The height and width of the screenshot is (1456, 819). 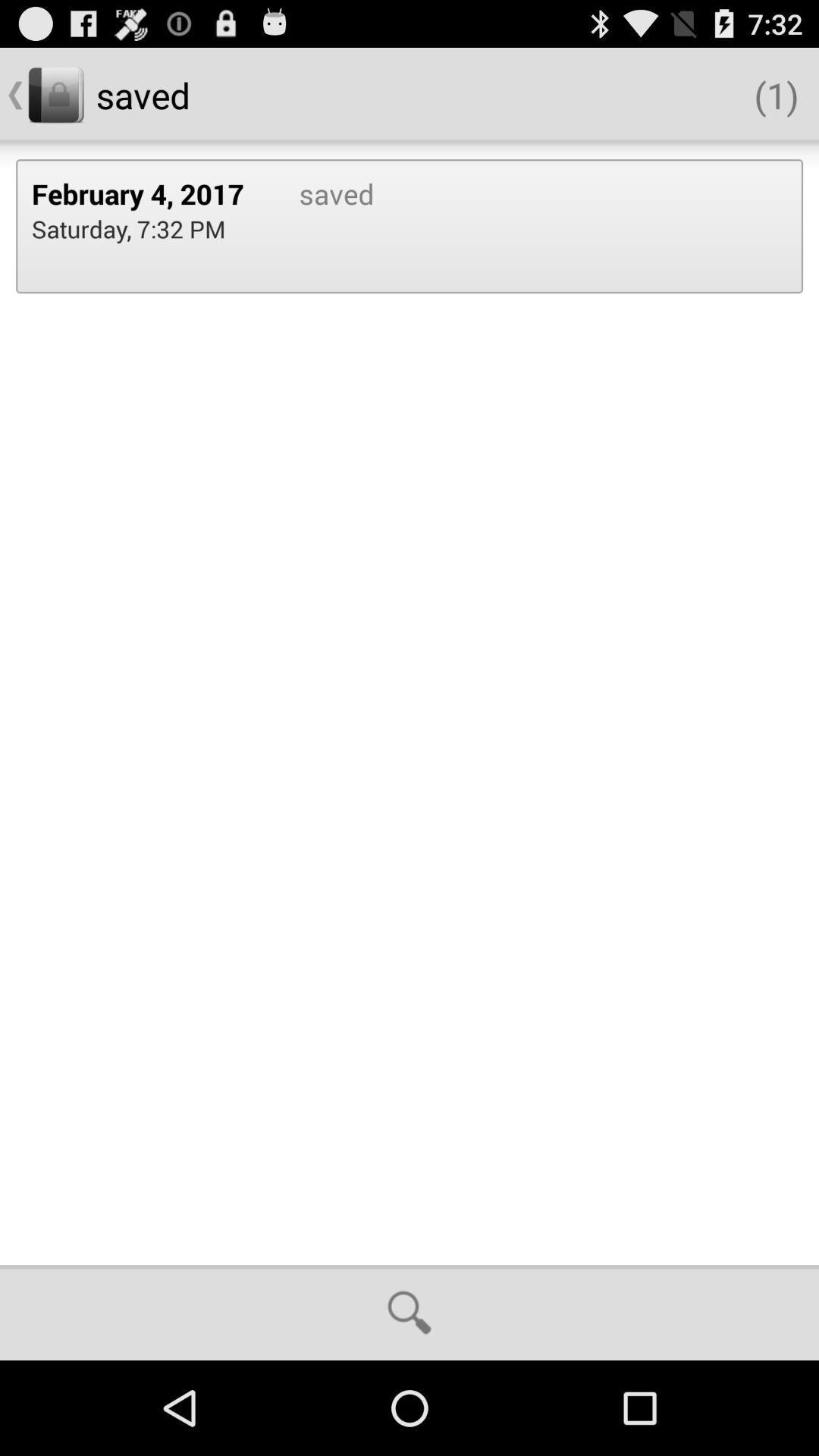 I want to click on icon above the saturday 7 32 app, so click(x=149, y=193).